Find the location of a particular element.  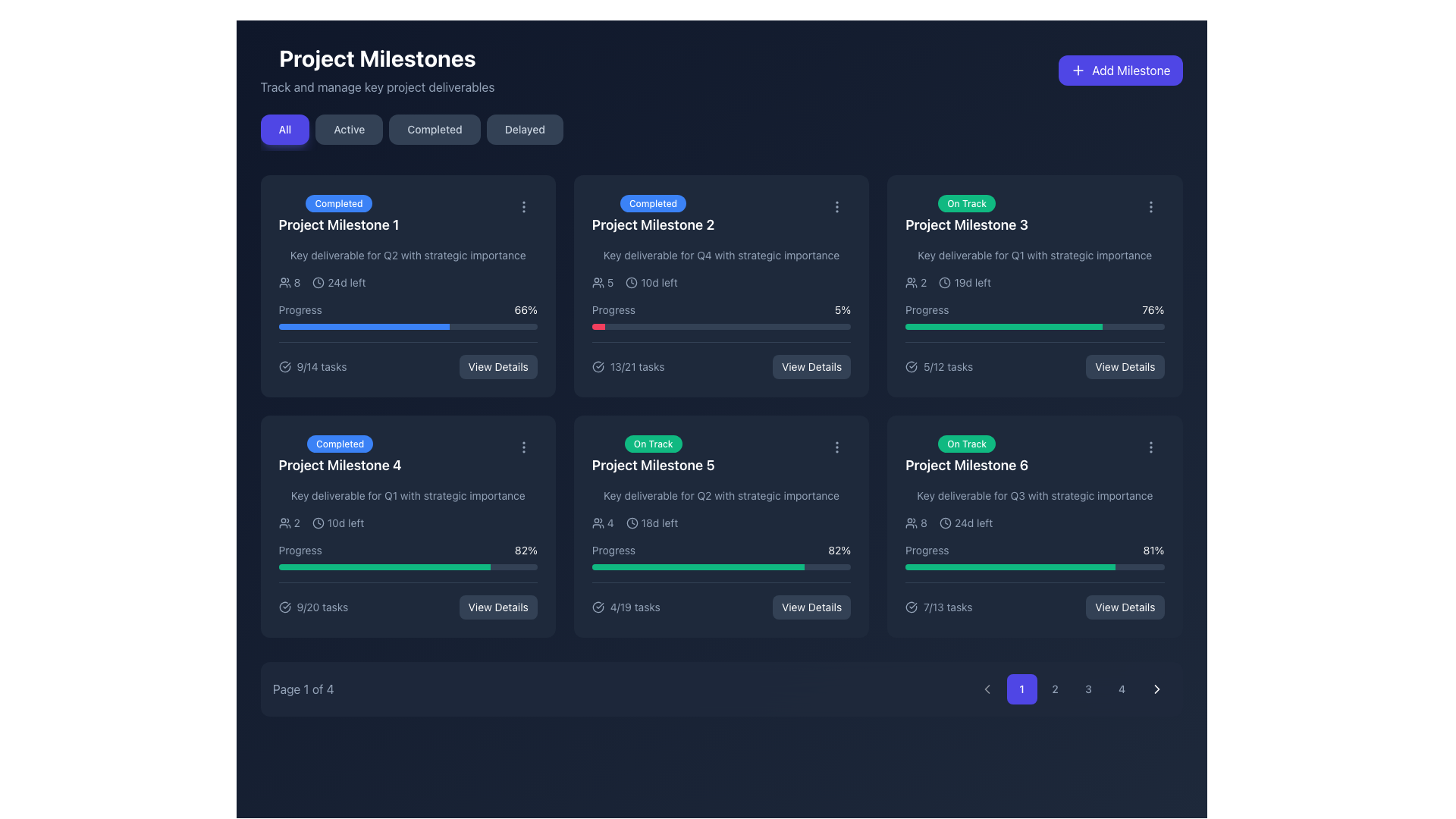

the third project milestone card in the top-right section of the display is located at coordinates (1034, 286).